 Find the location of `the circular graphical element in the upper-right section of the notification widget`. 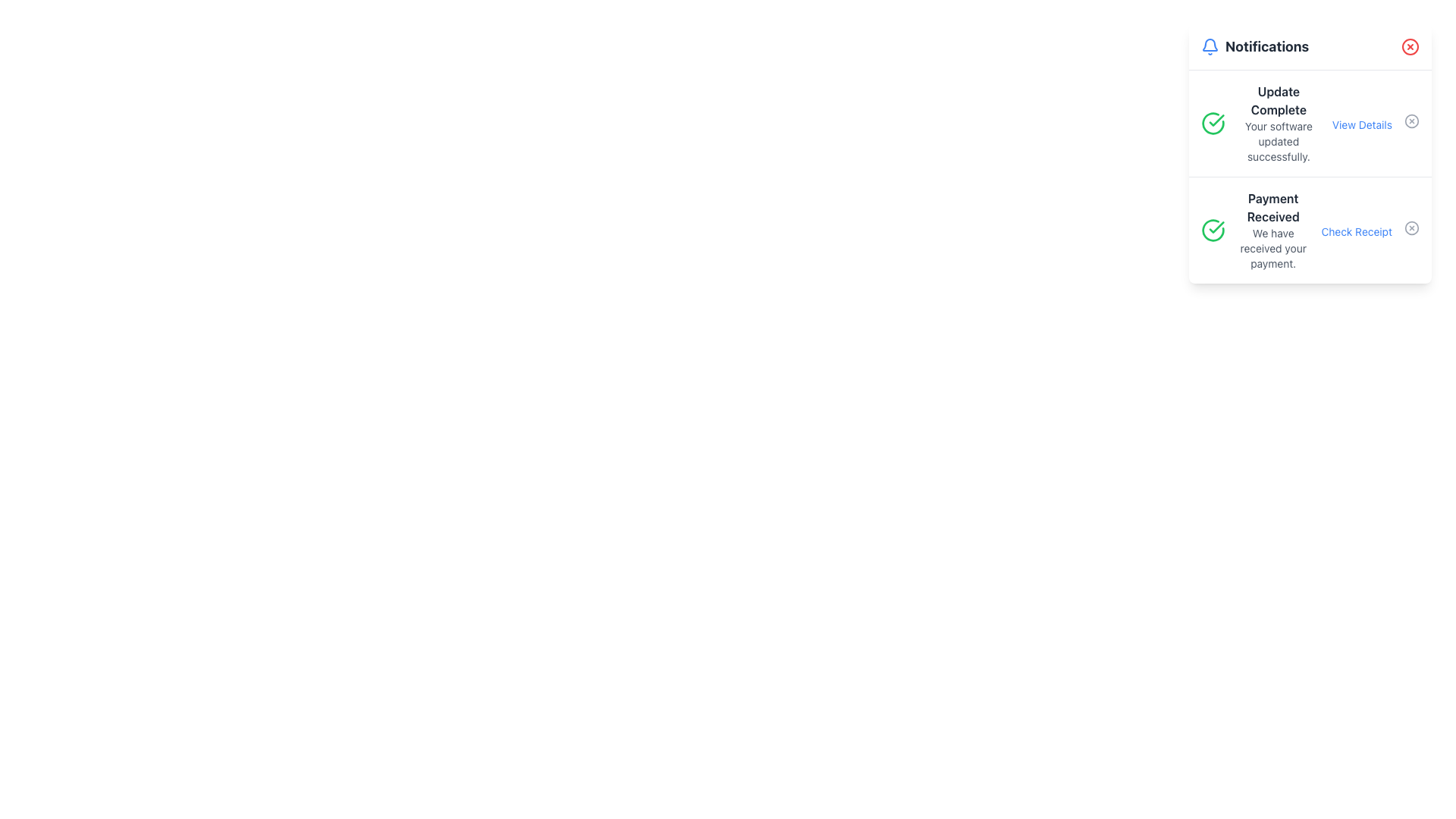

the circular graphical element in the upper-right section of the notification widget is located at coordinates (1411, 120).